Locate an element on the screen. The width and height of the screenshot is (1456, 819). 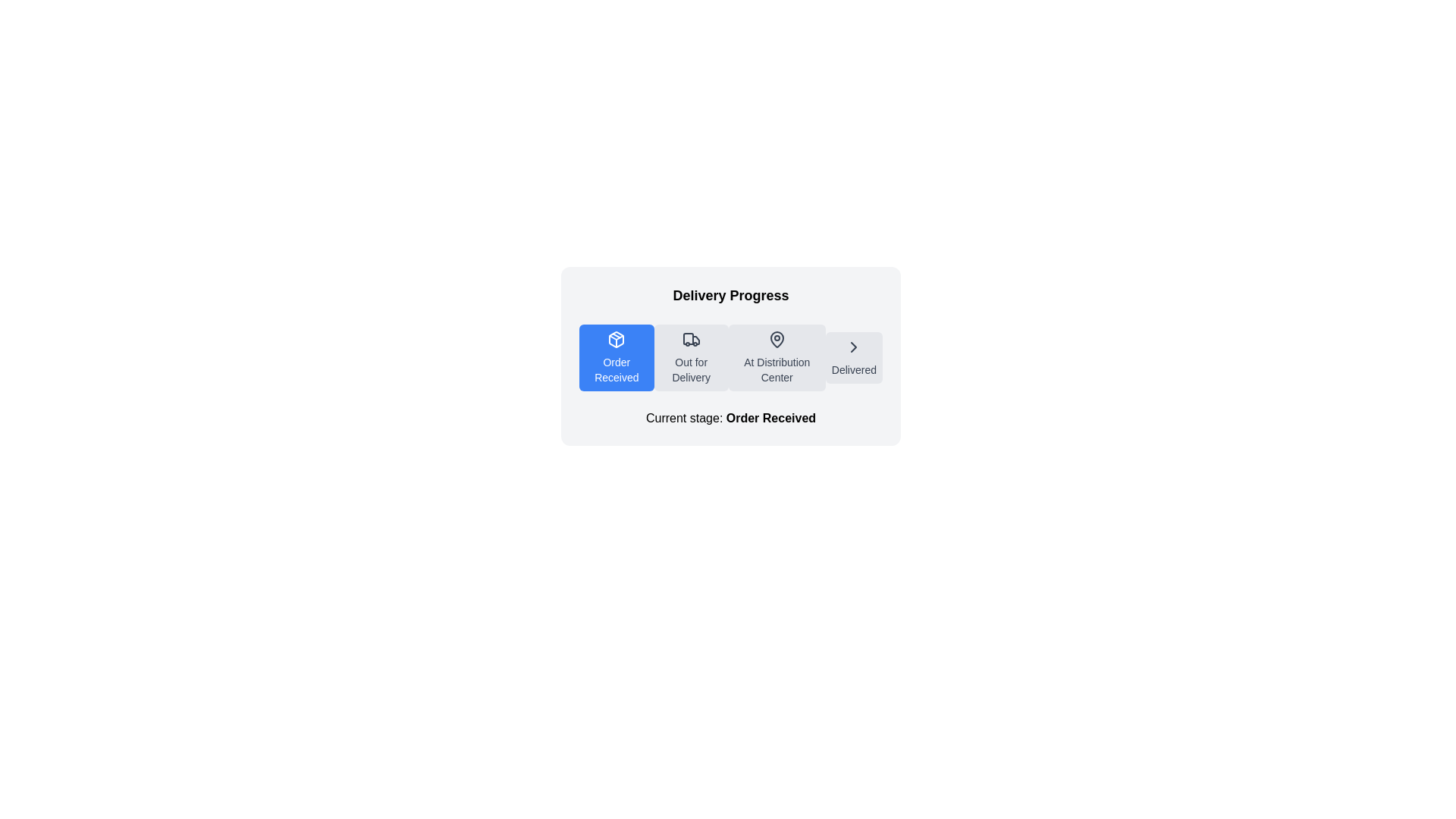
truck icon located within the 'Out for Delivery' button, which is styled with rounded edges and situated between 'Order Received' and 'At Distribution Center.' is located at coordinates (690, 338).